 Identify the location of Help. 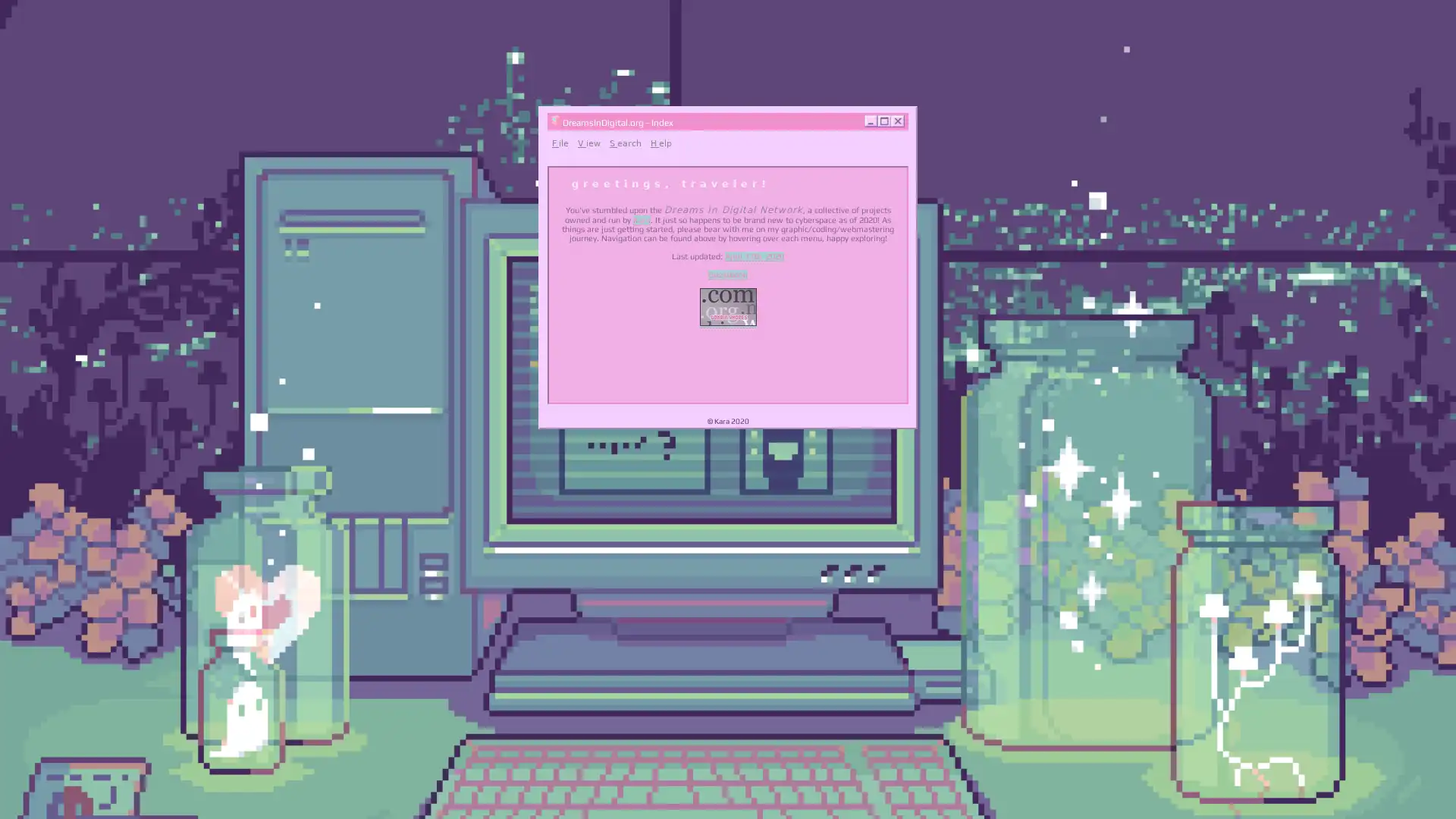
(661, 143).